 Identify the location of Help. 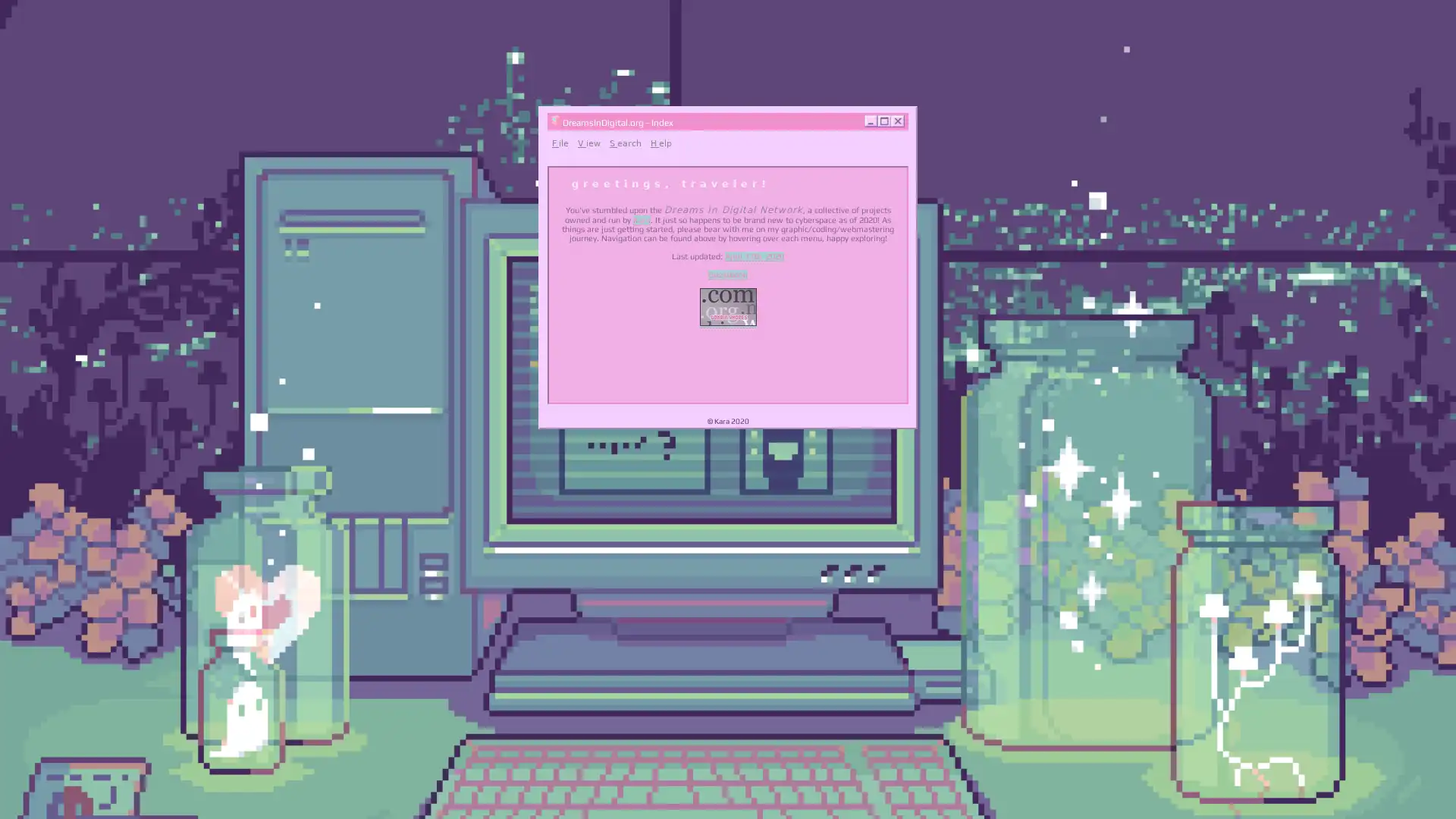
(661, 143).